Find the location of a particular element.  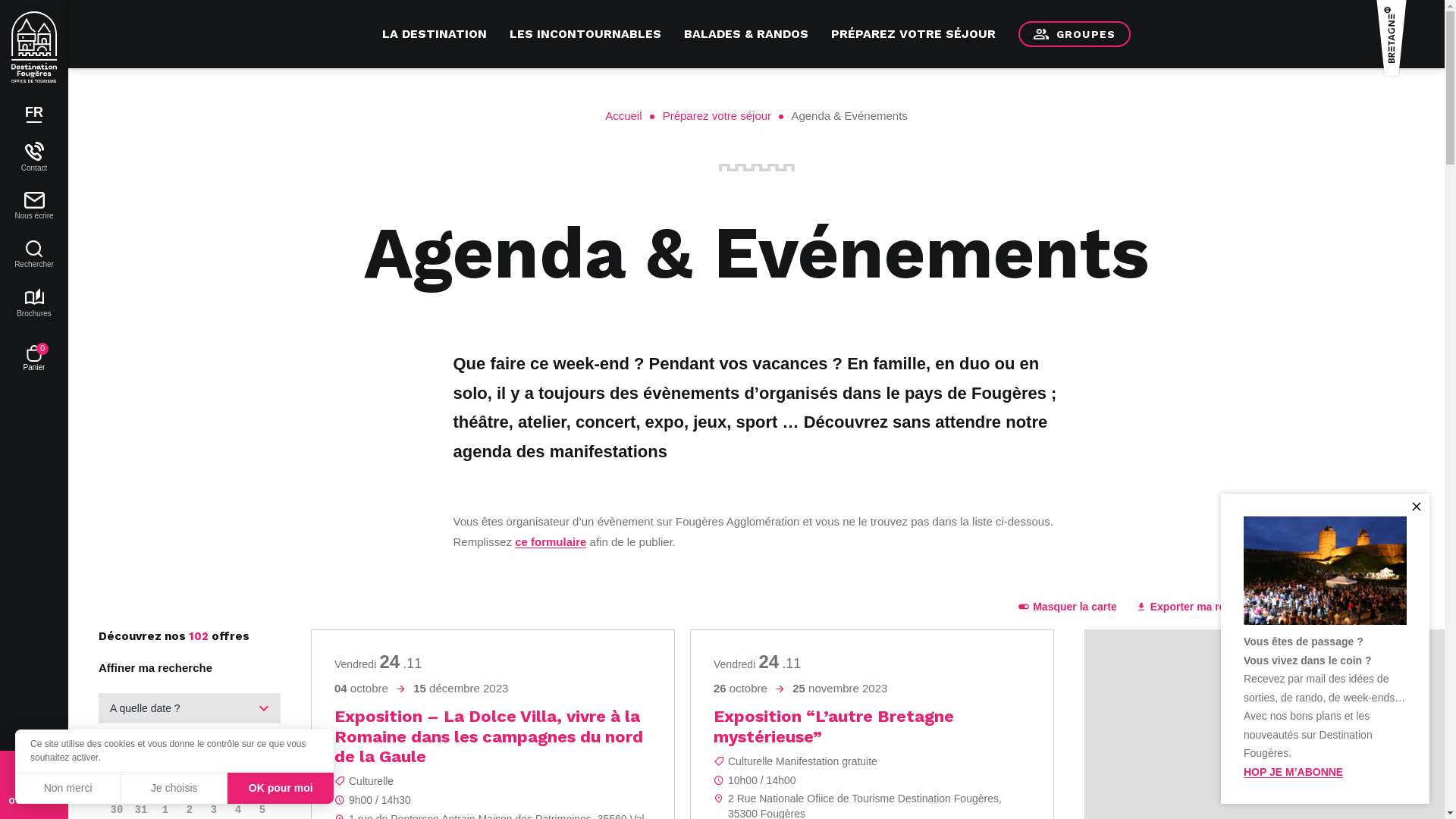

'OK pour moi' is located at coordinates (280, 786).